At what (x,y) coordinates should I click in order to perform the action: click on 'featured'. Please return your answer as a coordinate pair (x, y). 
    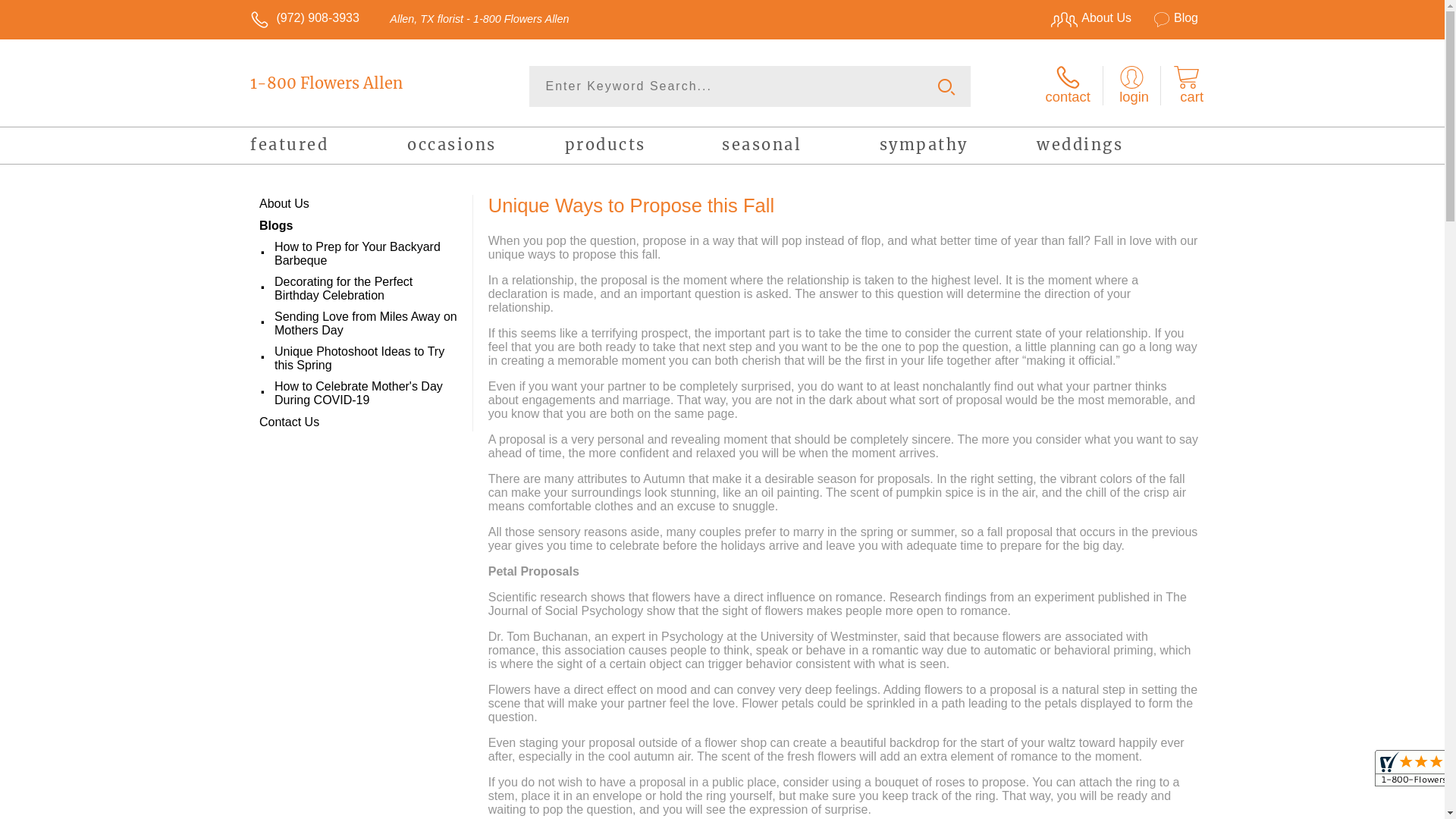
    Looking at the image, I should click on (328, 147).